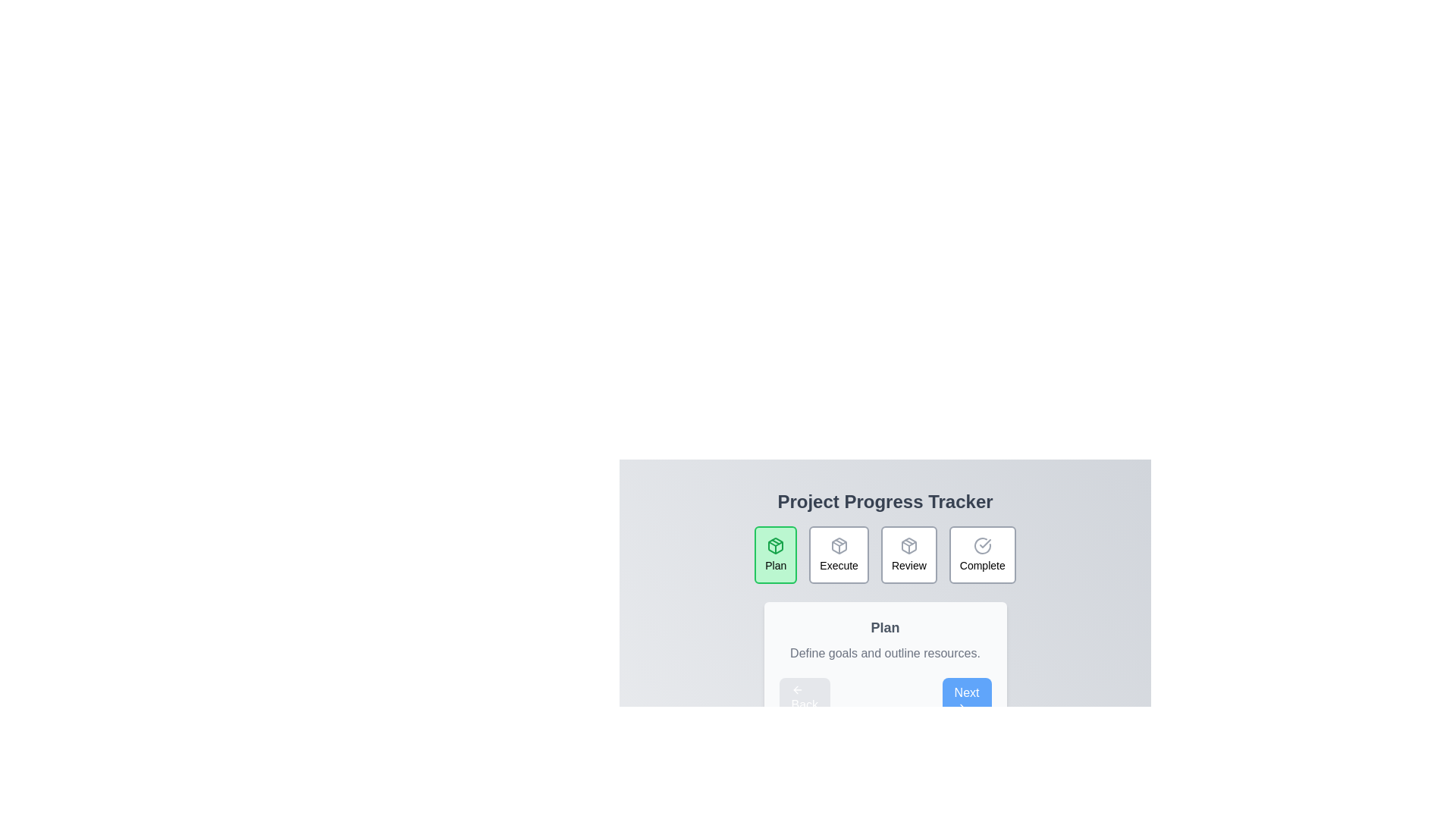 This screenshot has height=819, width=1456. What do you see at coordinates (775, 555) in the screenshot?
I see `the step labeled Plan to select it` at bounding box center [775, 555].